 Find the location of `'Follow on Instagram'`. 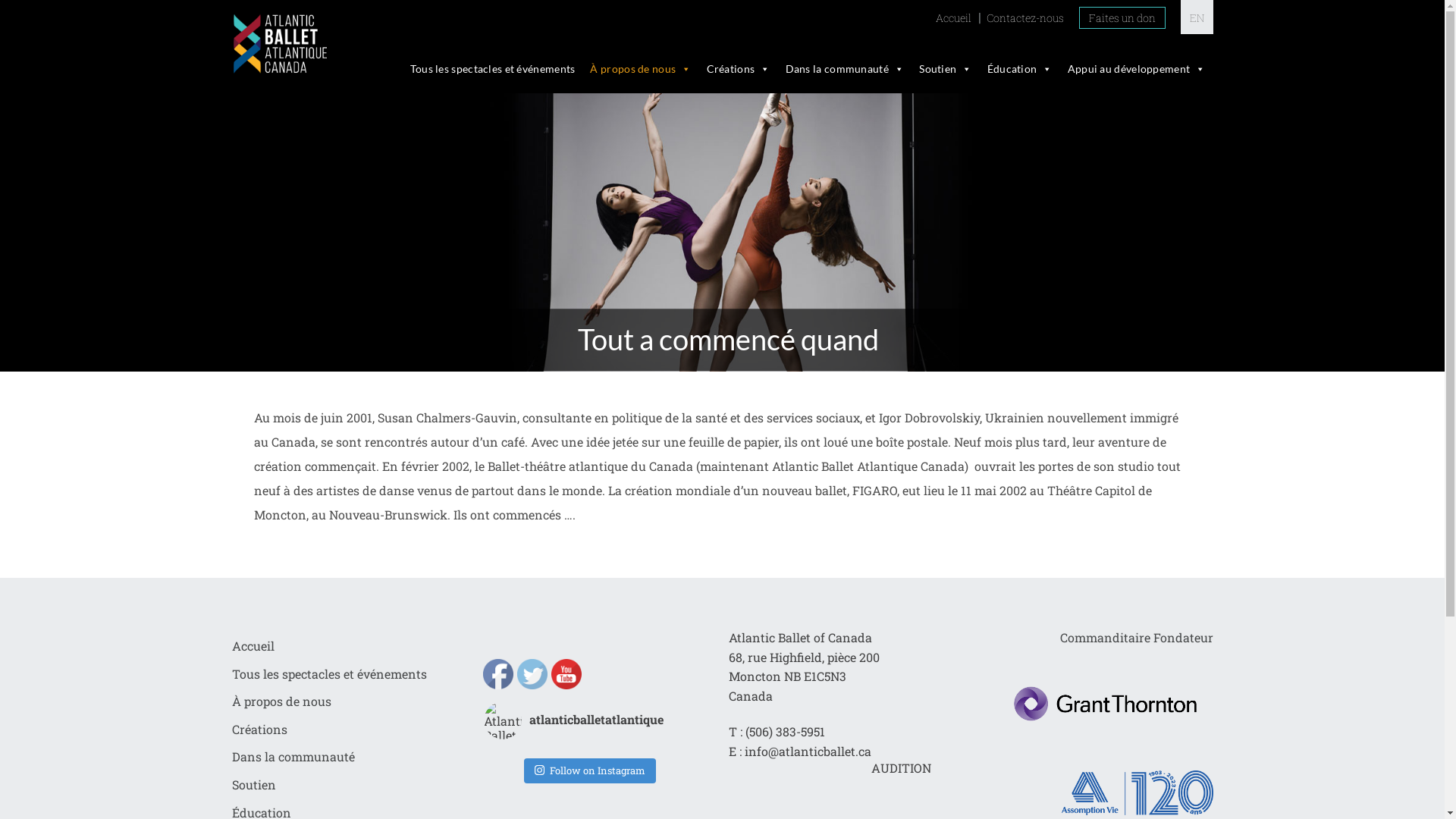

'Follow on Instagram' is located at coordinates (588, 771).